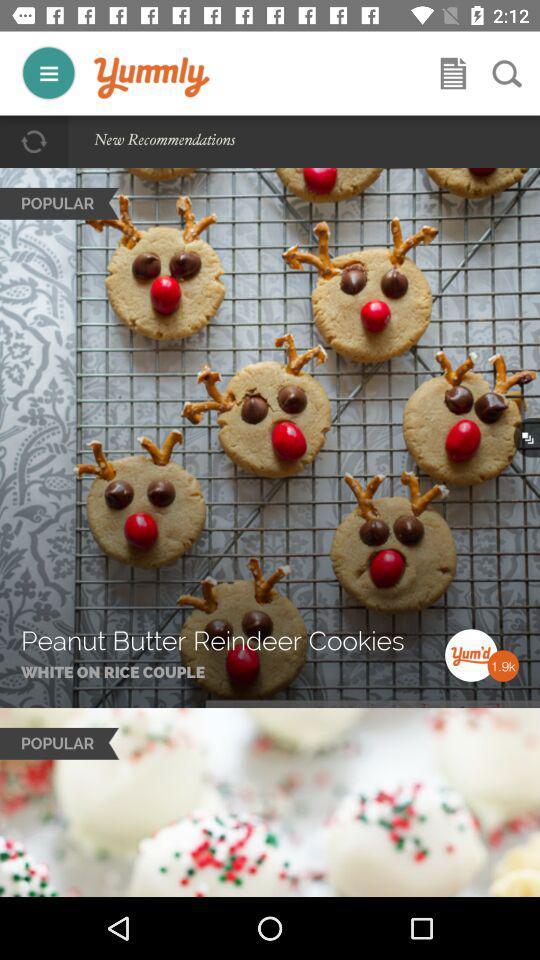 Image resolution: width=540 pixels, height=960 pixels. What do you see at coordinates (48, 73) in the screenshot?
I see `menu` at bounding box center [48, 73].